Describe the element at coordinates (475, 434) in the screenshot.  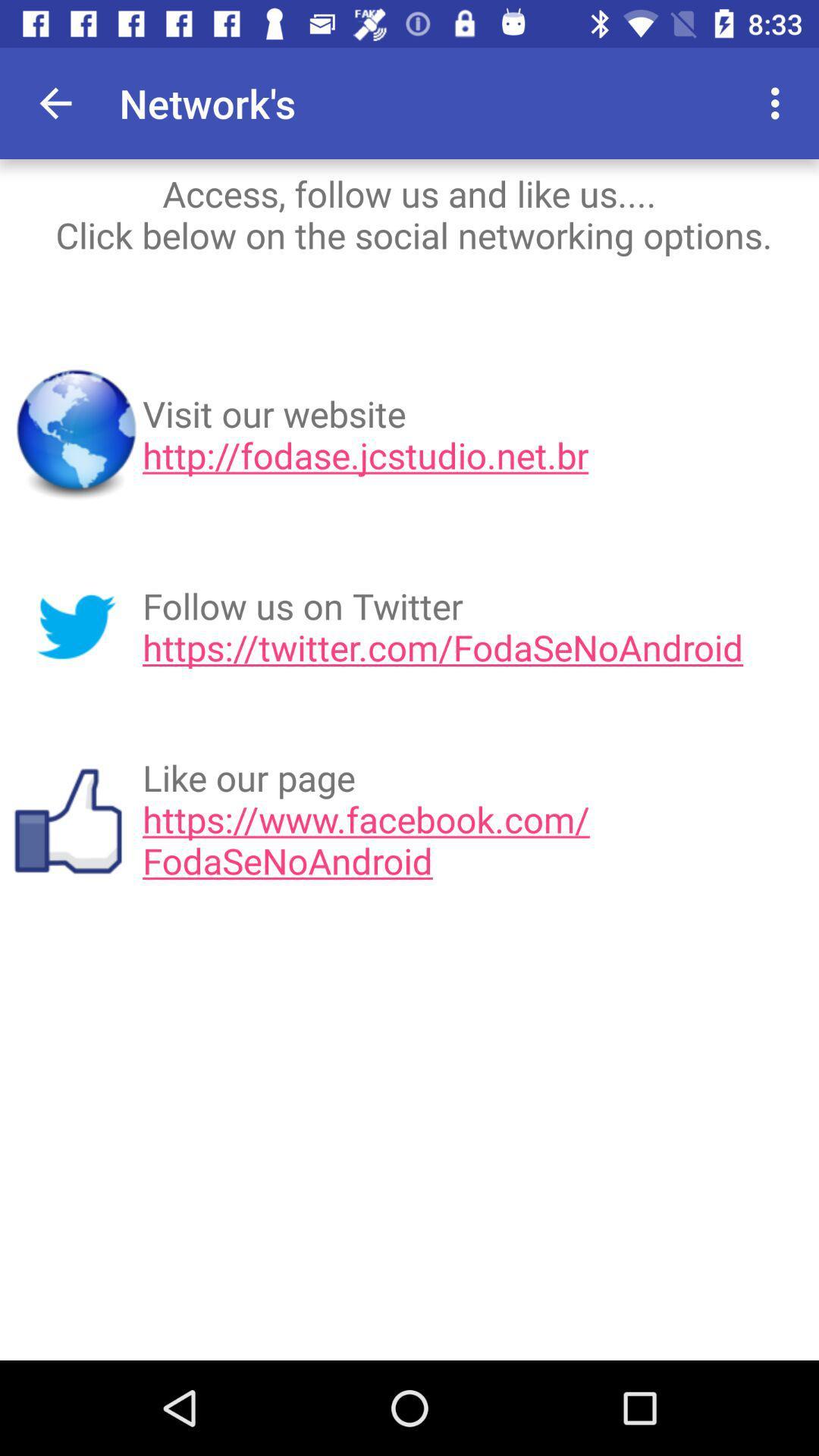
I see `the visit our website` at that location.